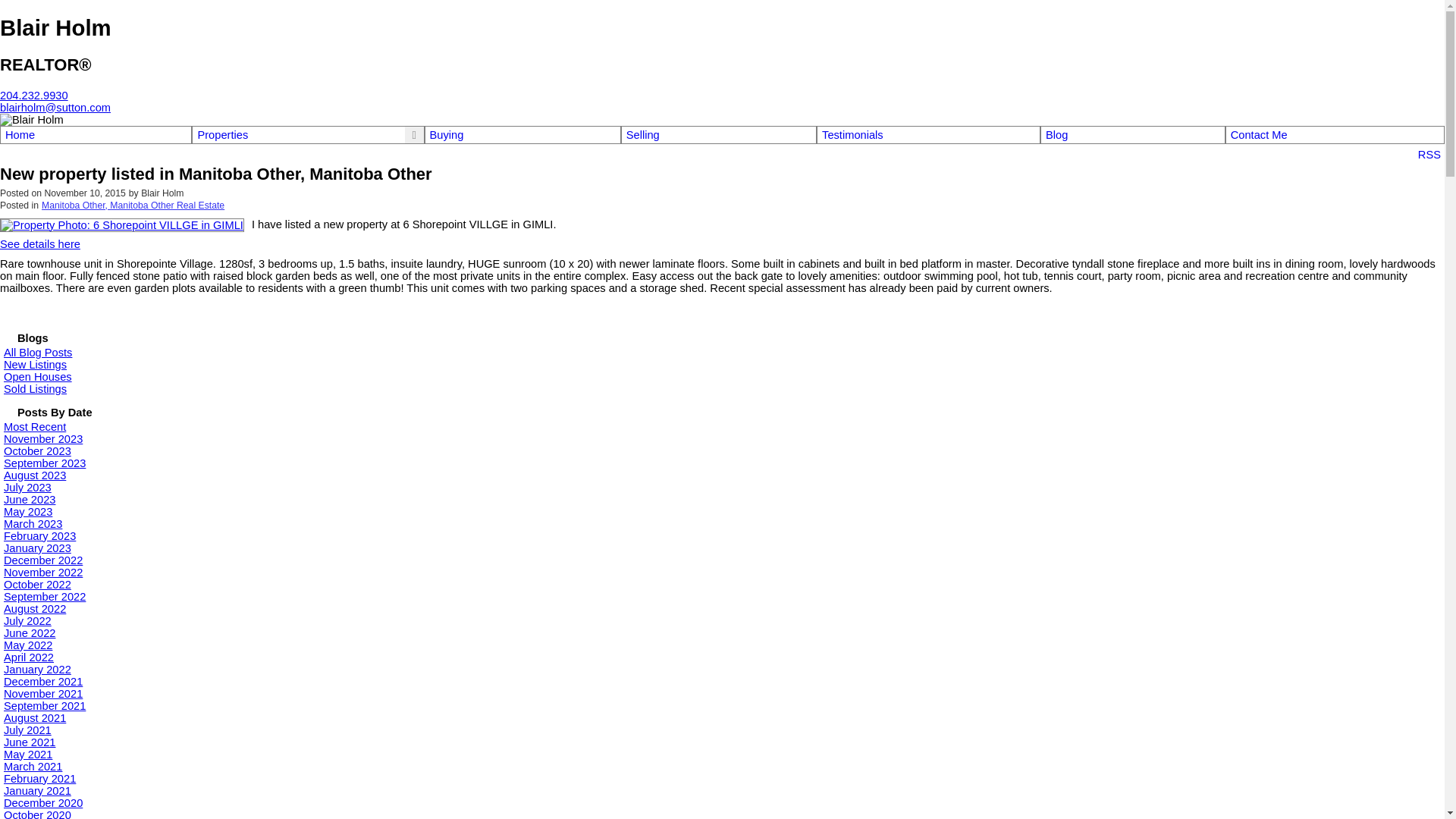 Image resolution: width=1456 pixels, height=819 pixels. I want to click on 'RSS', so click(1429, 154).